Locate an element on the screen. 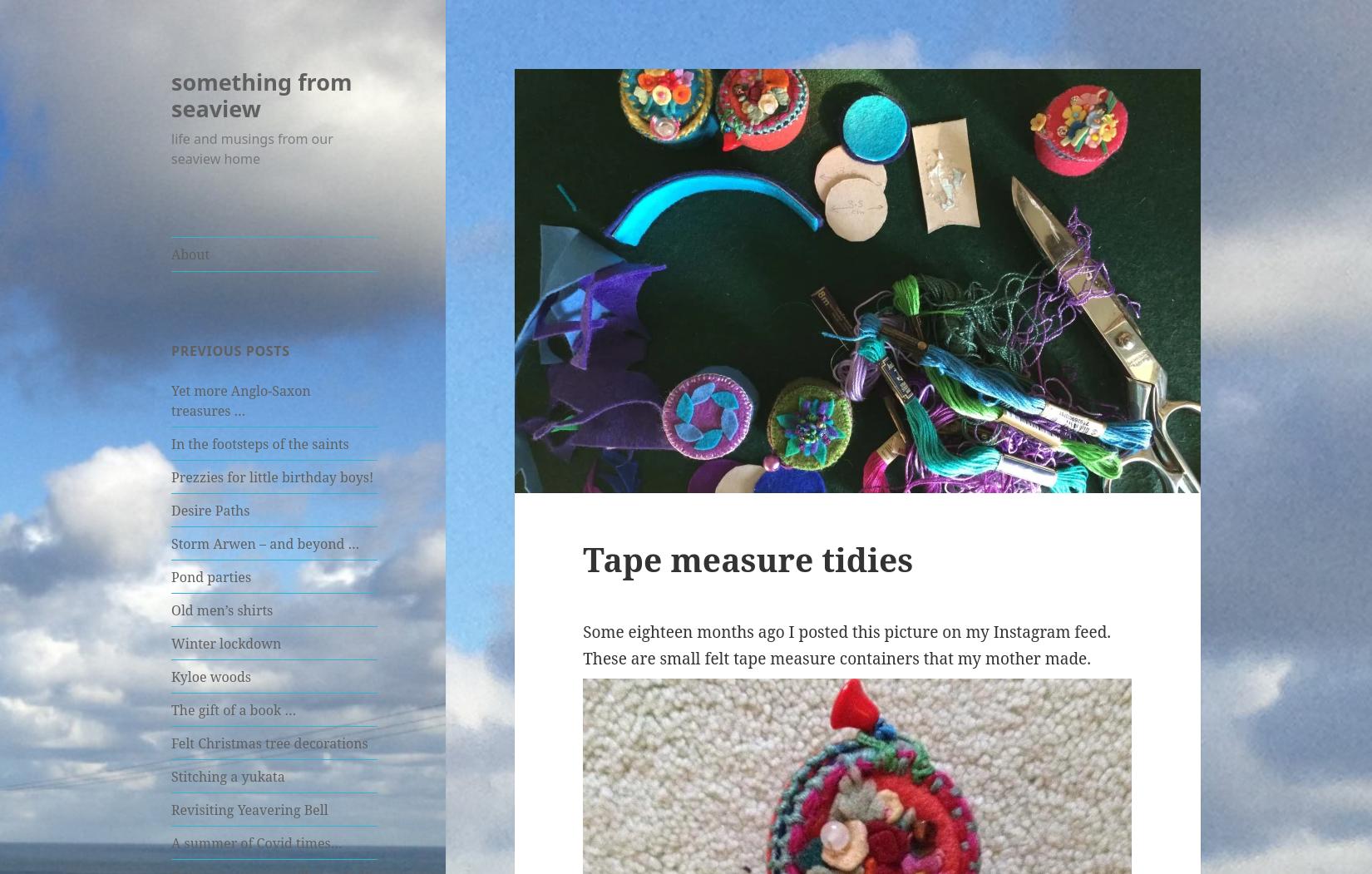 The width and height of the screenshot is (1372, 874). 'Prezzies for little birthday boys!' is located at coordinates (272, 477).